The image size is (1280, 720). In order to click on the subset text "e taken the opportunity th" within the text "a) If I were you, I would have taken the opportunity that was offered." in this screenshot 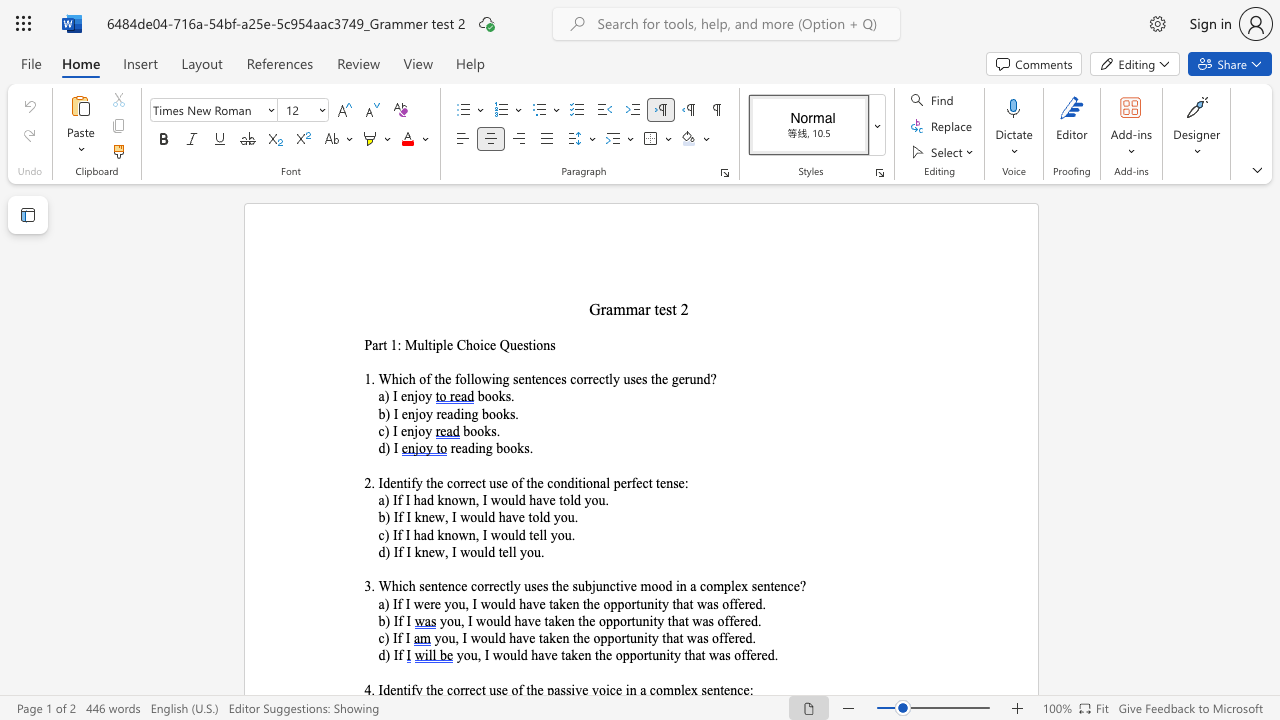, I will do `click(539, 603)`.